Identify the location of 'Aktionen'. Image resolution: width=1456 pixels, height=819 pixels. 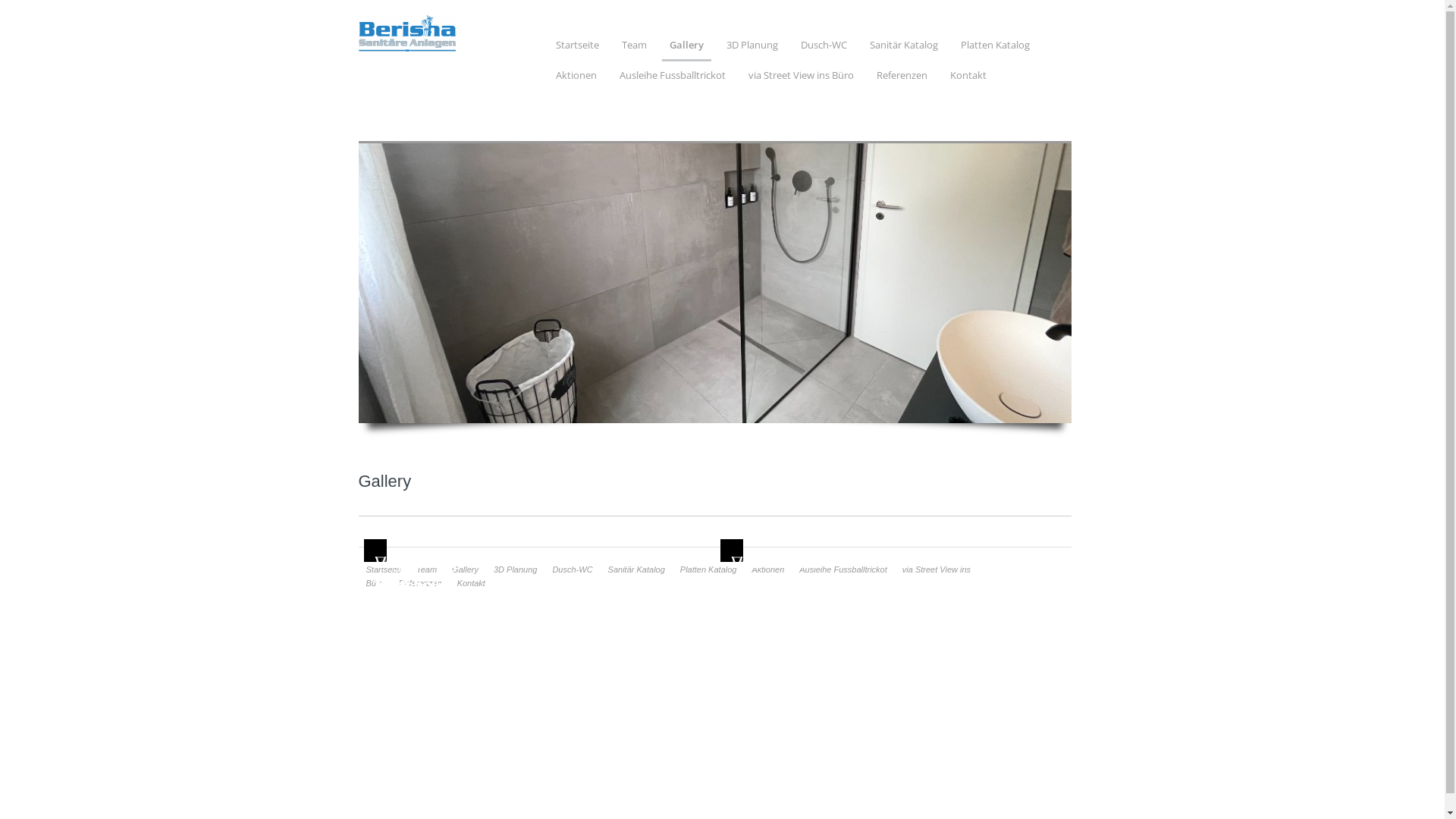
(767, 570).